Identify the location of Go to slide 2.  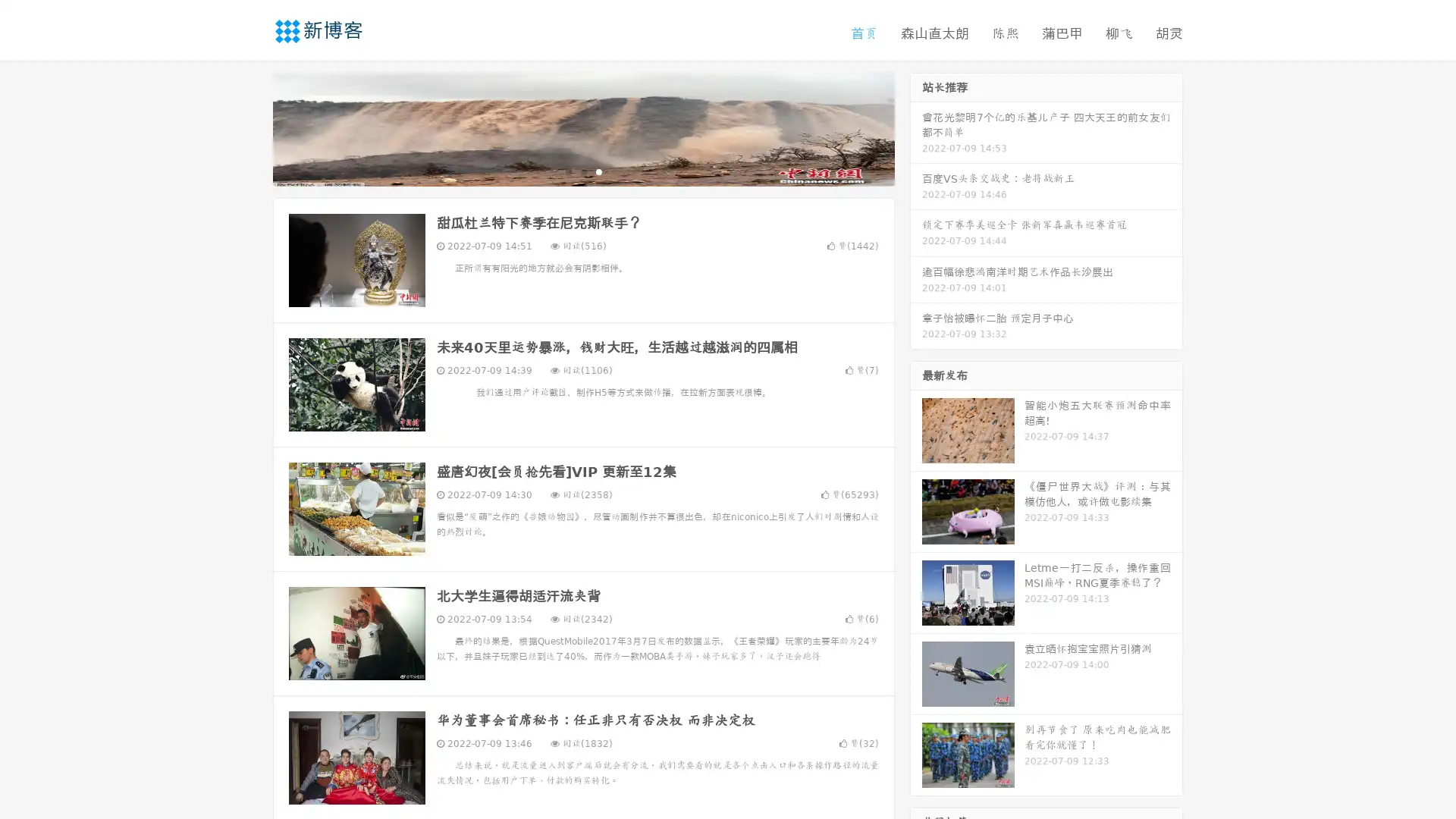
(582, 171).